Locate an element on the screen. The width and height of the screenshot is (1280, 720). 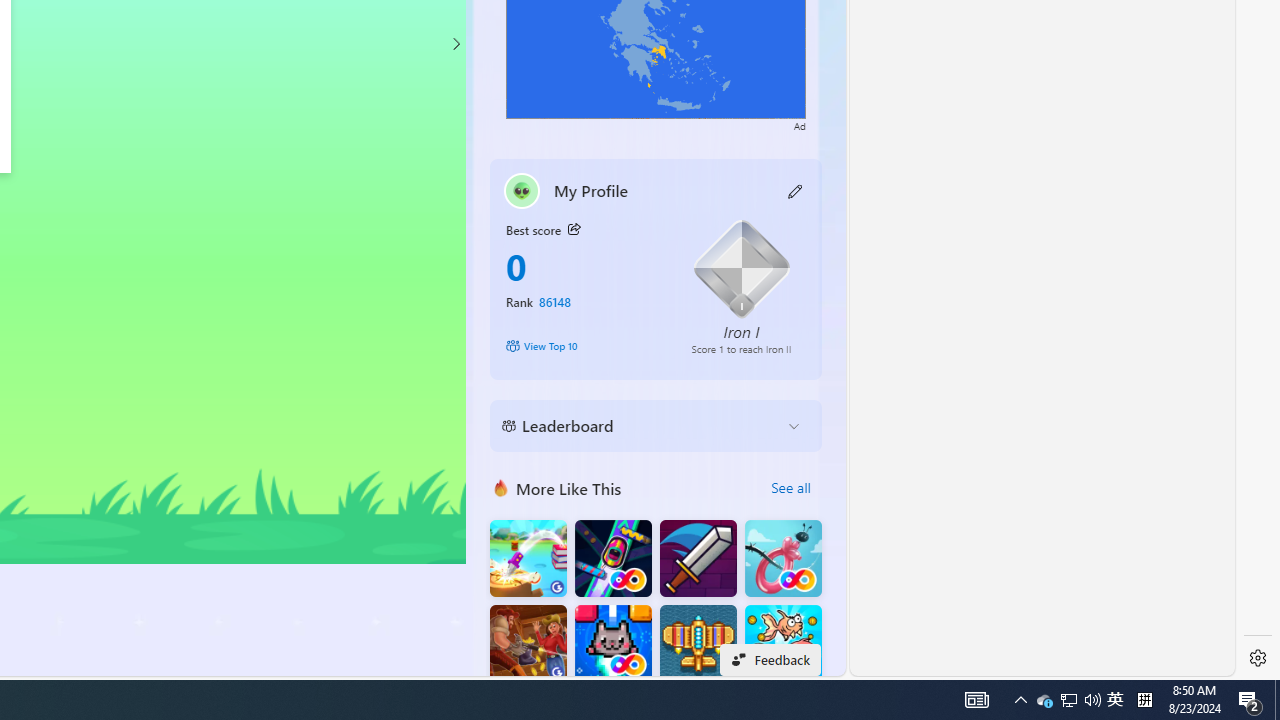
'Bumper Car FRVR' is located at coordinates (612, 558).